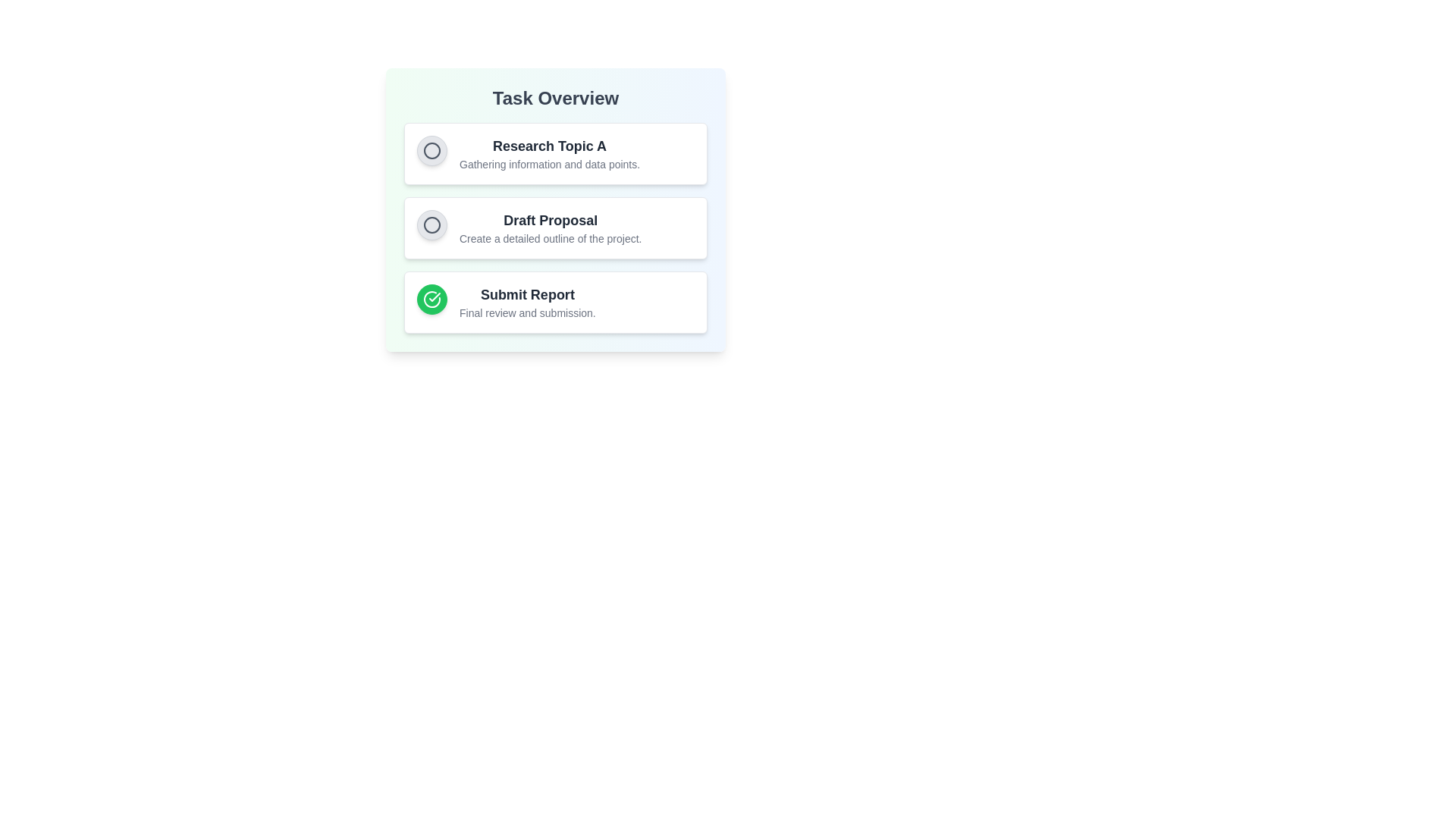 The width and height of the screenshot is (1456, 819). Describe the element at coordinates (431, 151) in the screenshot. I see `the circular icon with a hollow center and dark gray border, indicating an inactive state, located to the left of 'Research Topic A' in the task list` at that location.